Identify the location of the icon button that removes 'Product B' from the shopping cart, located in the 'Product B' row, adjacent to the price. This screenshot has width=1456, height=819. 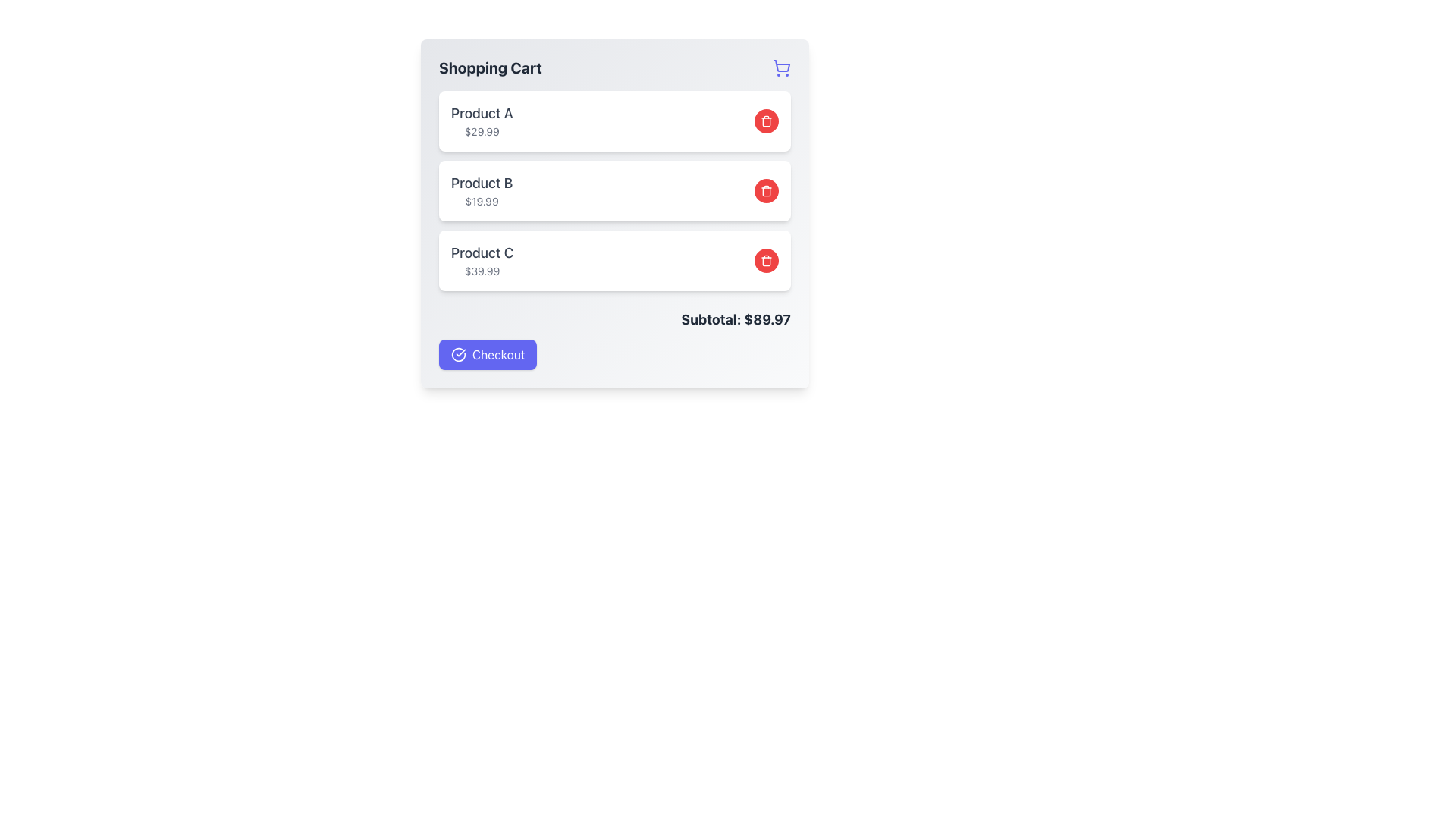
(767, 120).